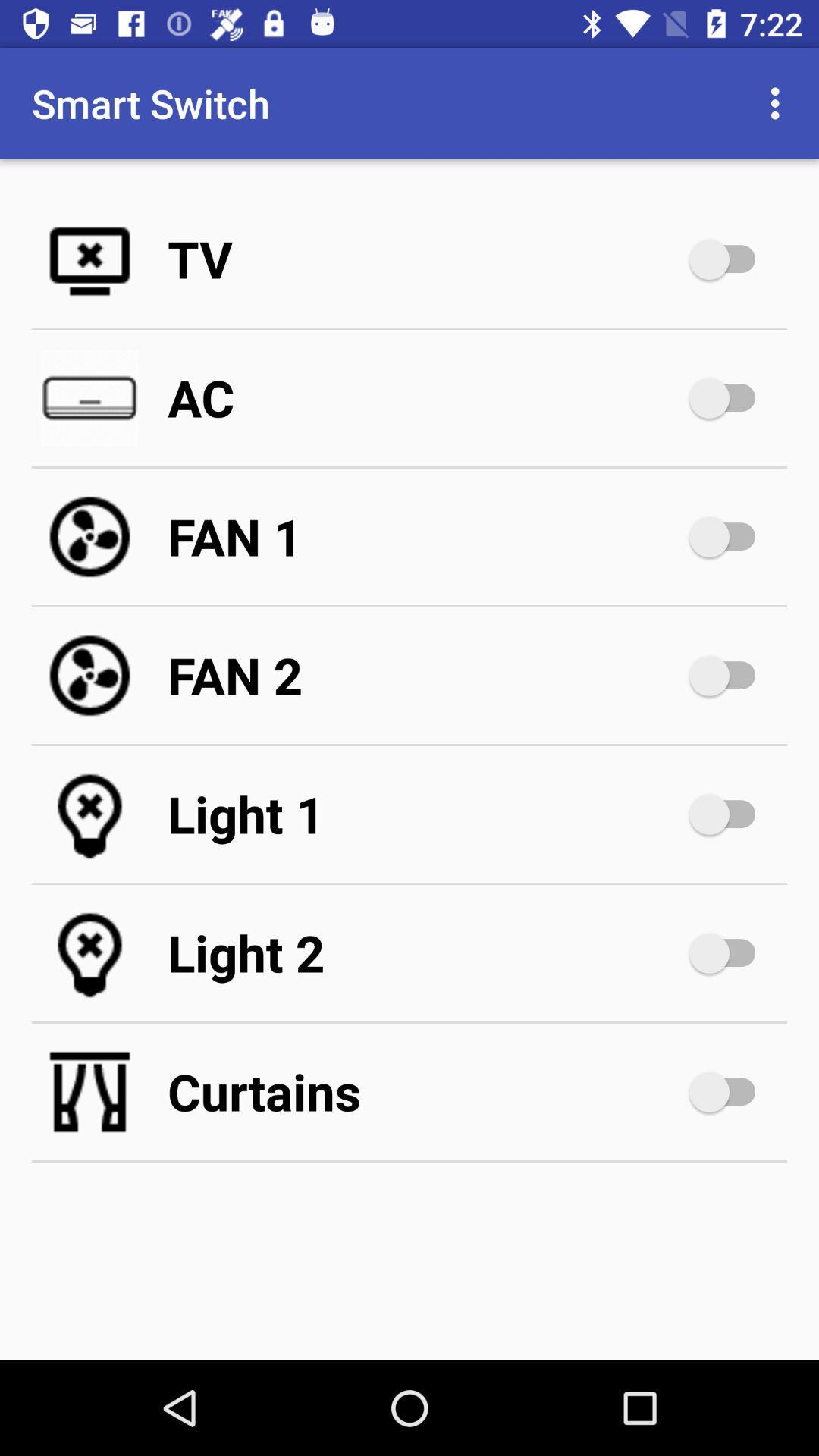 The height and width of the screenshot is (1456, 819). I want to click on the icon below the light 1 icon, so click(425, 952).